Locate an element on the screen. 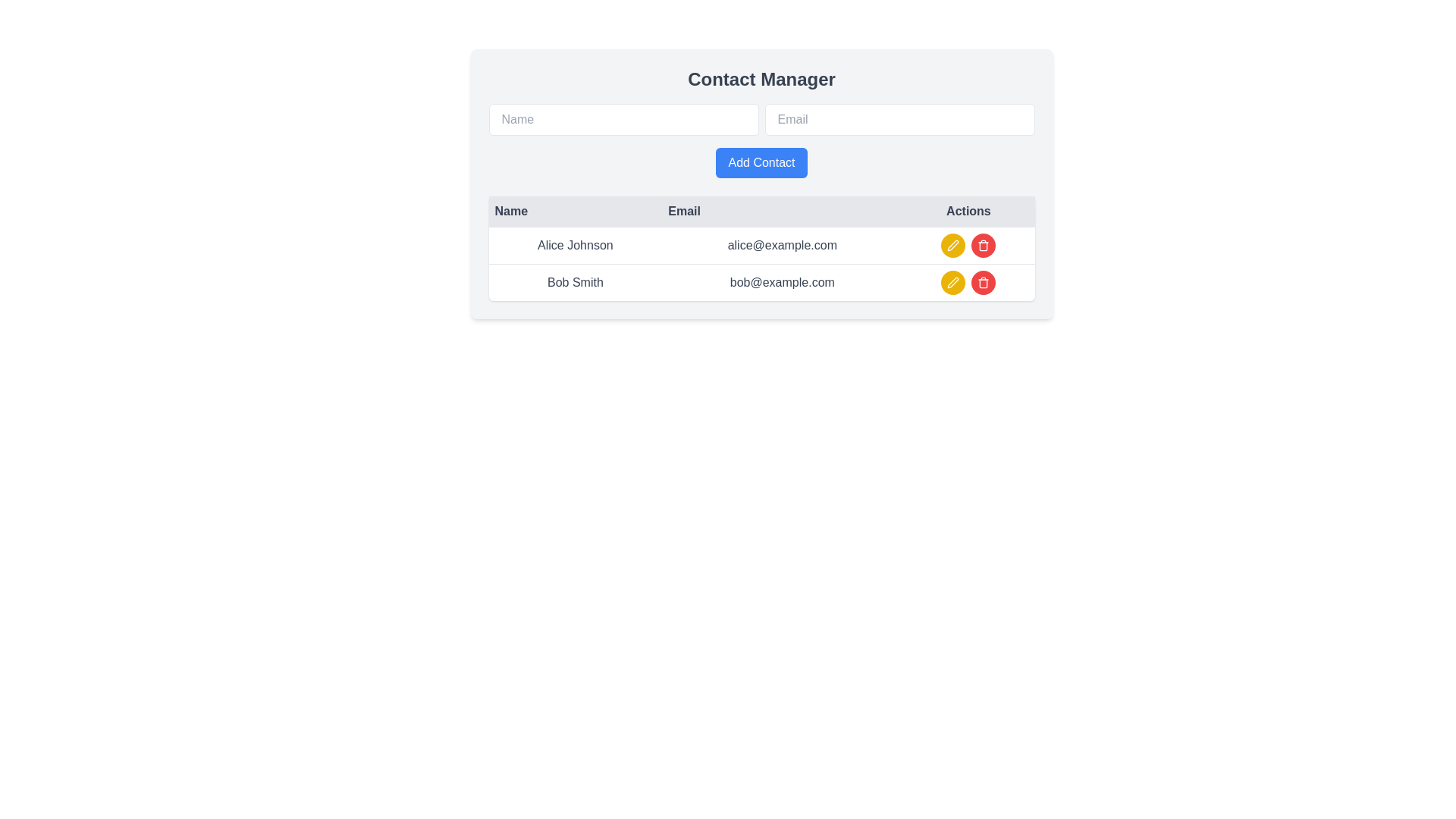 The height and width of the screenshot is (819, 1456). the static text displaying the name of the contact entry in the second row of the contact table, which is aligned to the left is located at coordinates (574, 282).